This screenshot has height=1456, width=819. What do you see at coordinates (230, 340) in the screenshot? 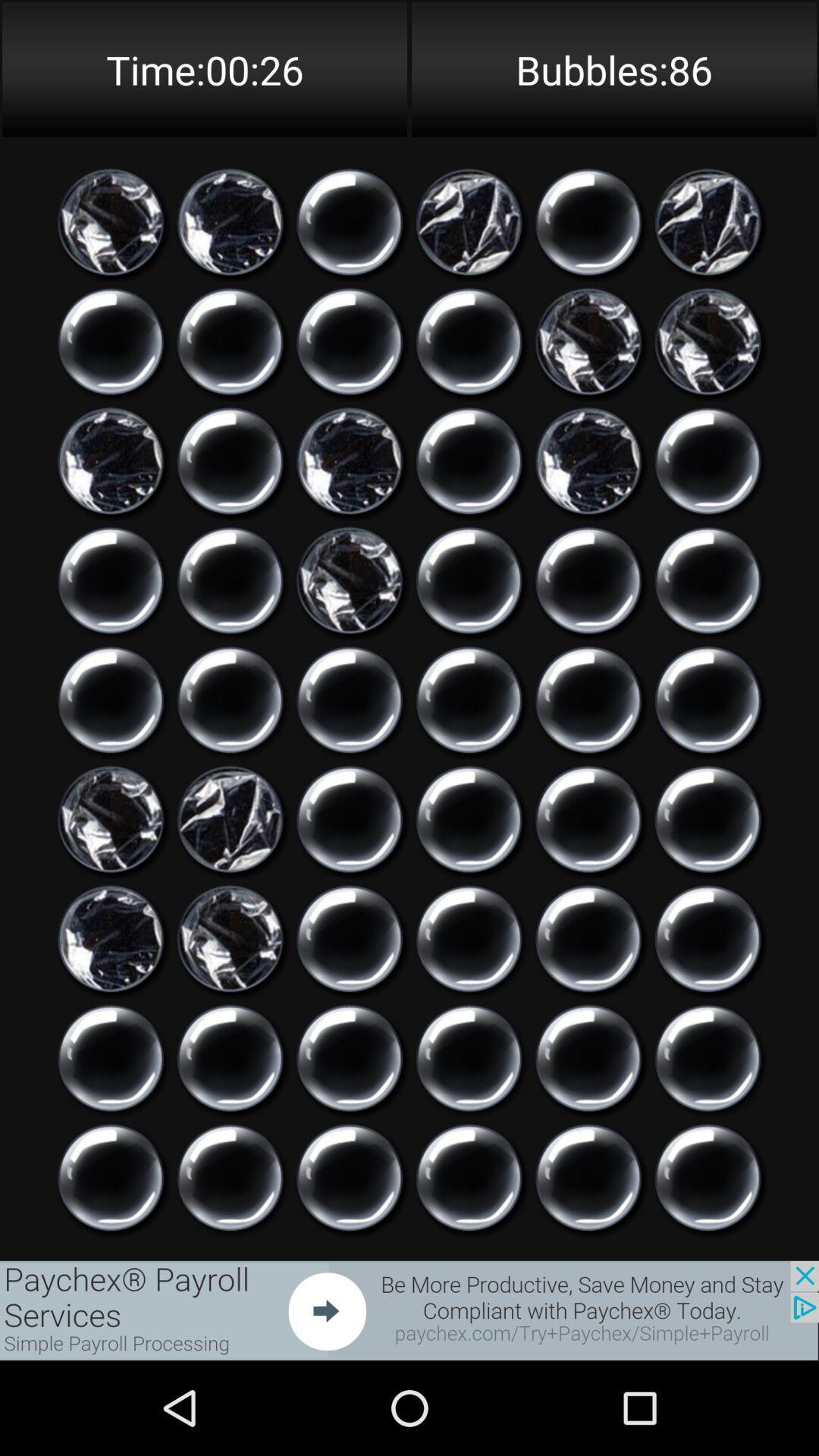
I see `pop a bubble` at bounding box center [230, 340].